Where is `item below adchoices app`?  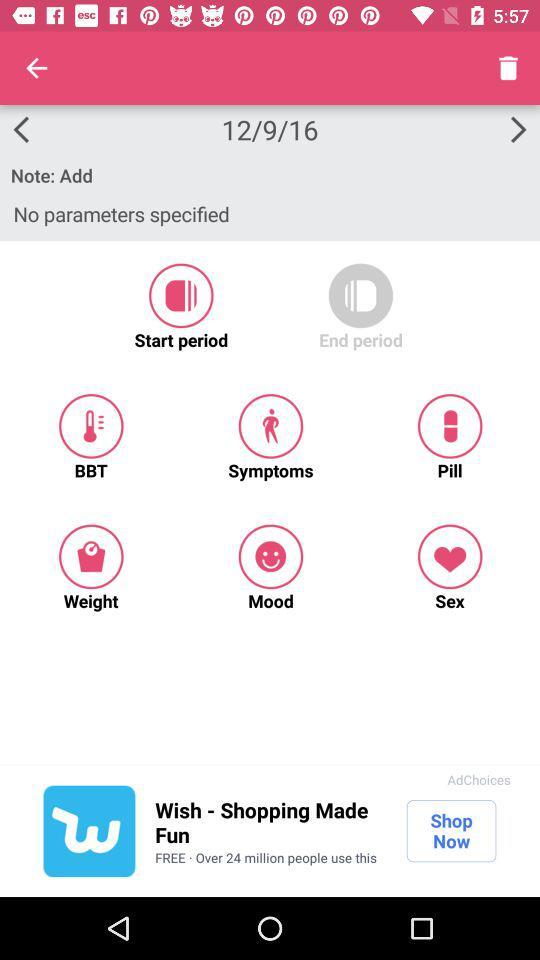
item below adchoices app is located at coordinates (451, 831).